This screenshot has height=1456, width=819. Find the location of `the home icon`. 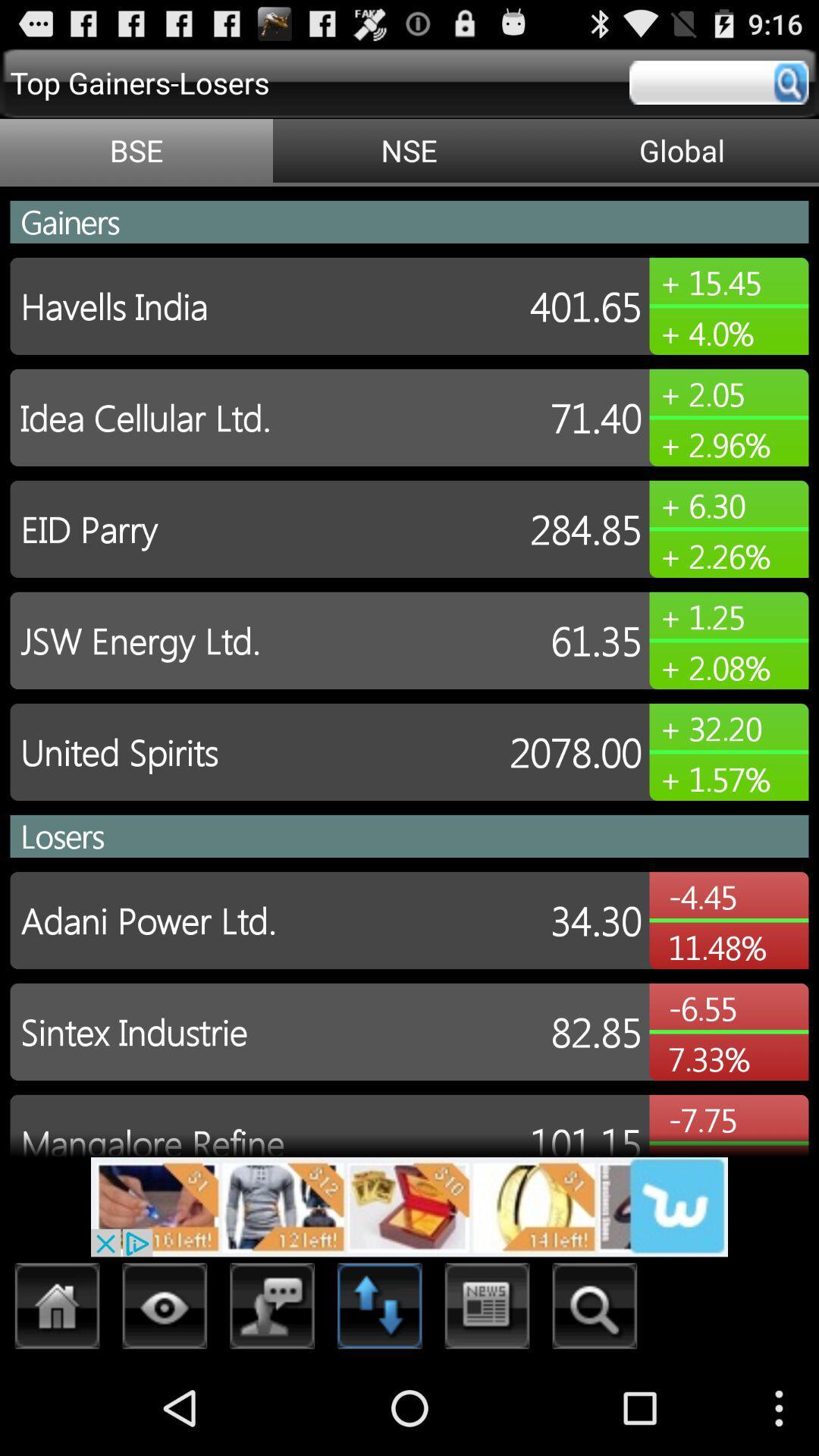

the home icon is located at coordinates (57, 1401).